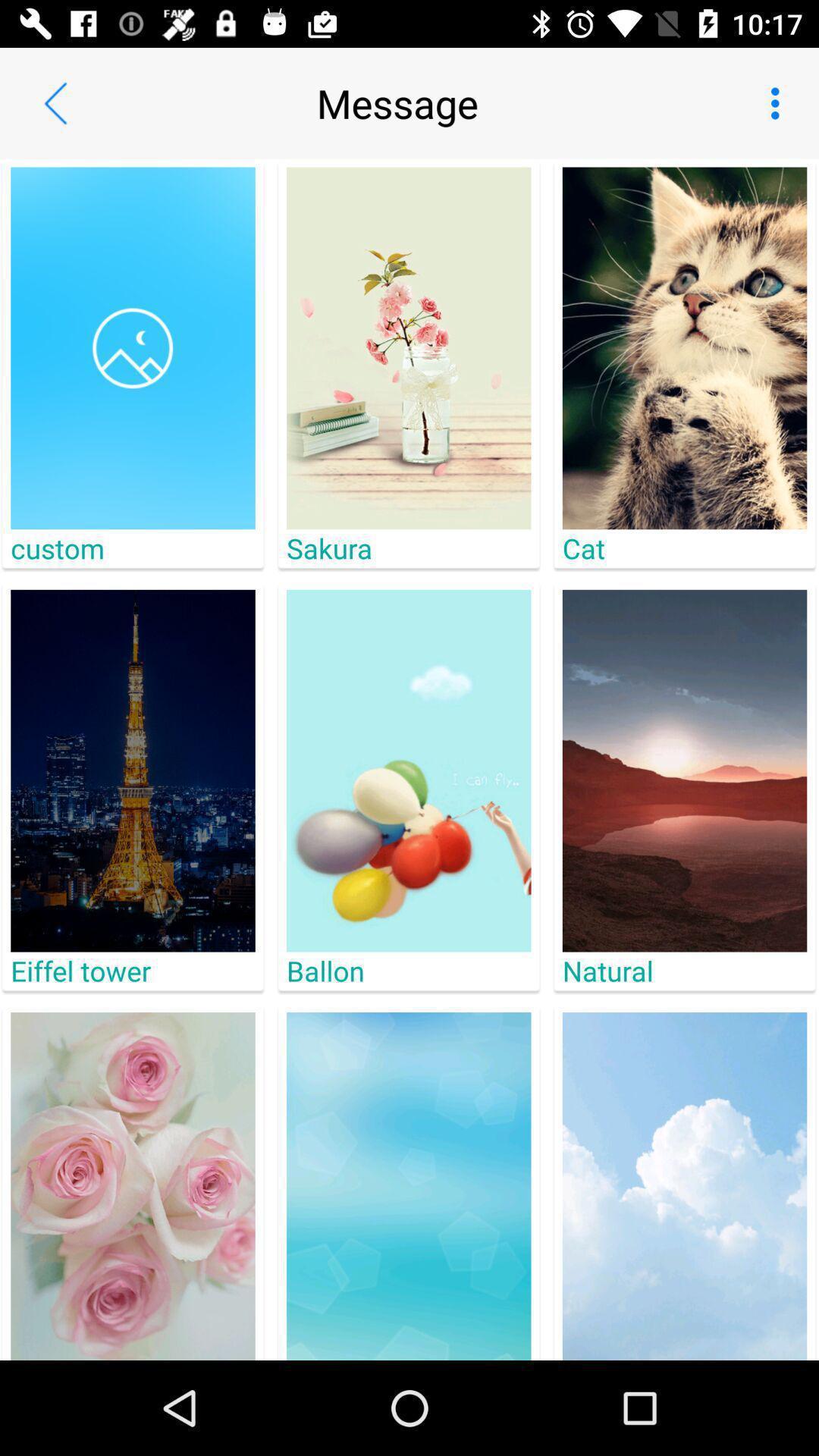 This screenshot has width=819, height=1456. Describe the element at coordinates (779, 103) in the screenshot. I see `the three vertical dots on the top right corner of the web page` at that location.